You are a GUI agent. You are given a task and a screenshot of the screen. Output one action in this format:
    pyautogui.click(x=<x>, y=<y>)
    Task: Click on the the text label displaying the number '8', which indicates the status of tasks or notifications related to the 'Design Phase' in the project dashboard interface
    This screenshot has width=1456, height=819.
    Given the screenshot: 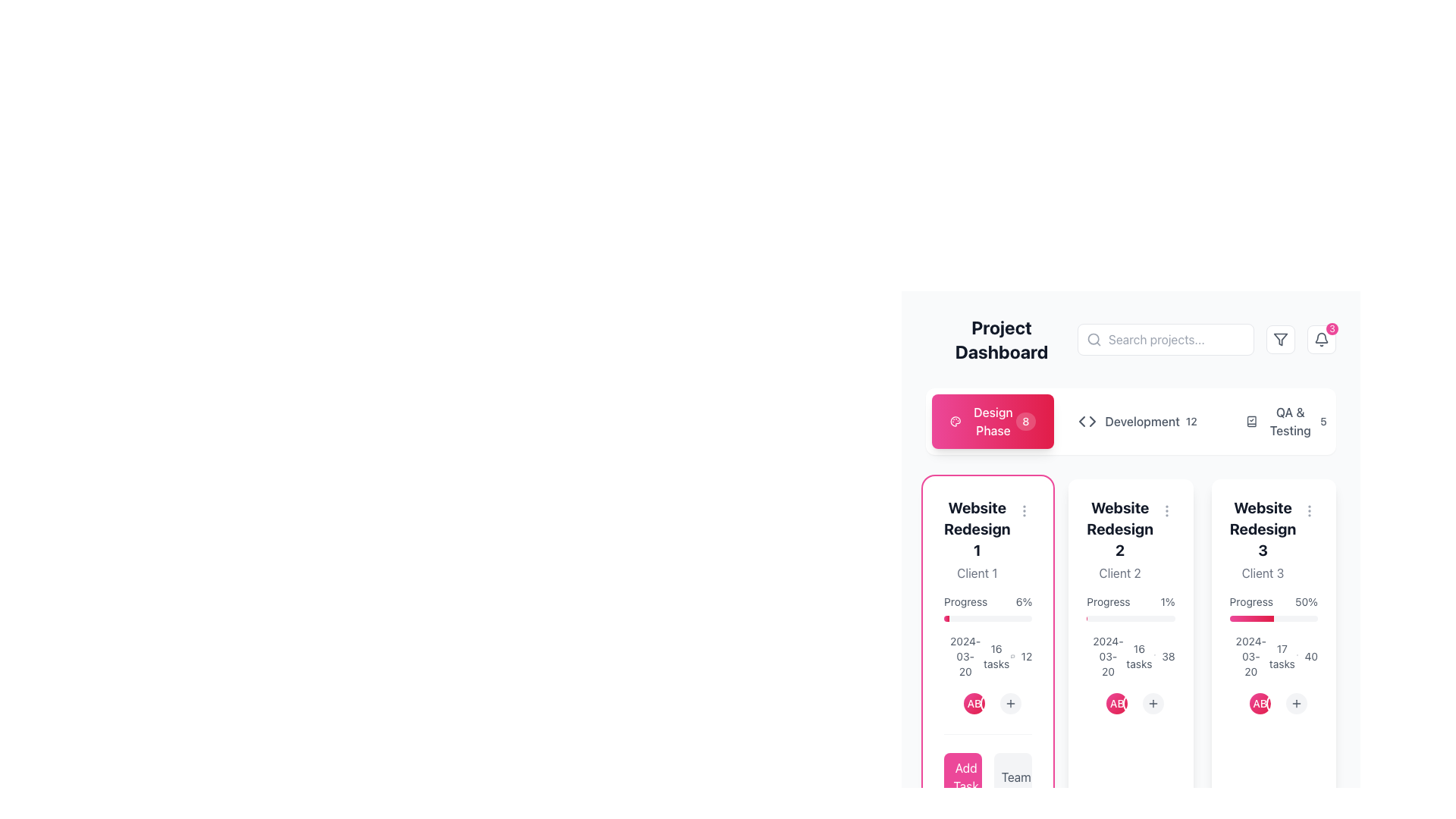 What is the action you would take?
    pyautogui.click(x=1026, y=421)
    